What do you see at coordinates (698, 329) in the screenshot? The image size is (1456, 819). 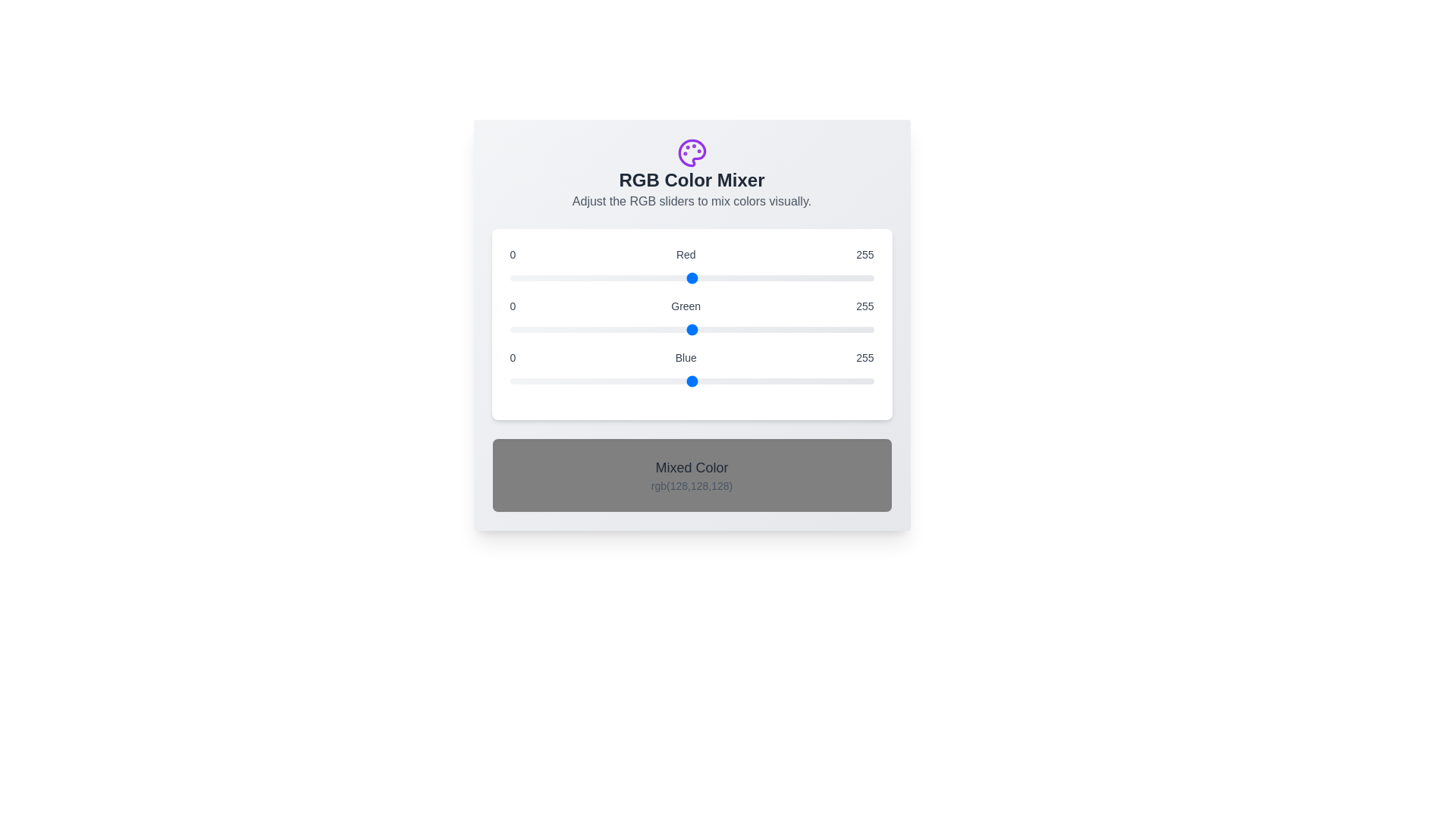 I see `the green slider to set the green component to 132` at bounding box center [698, 329].